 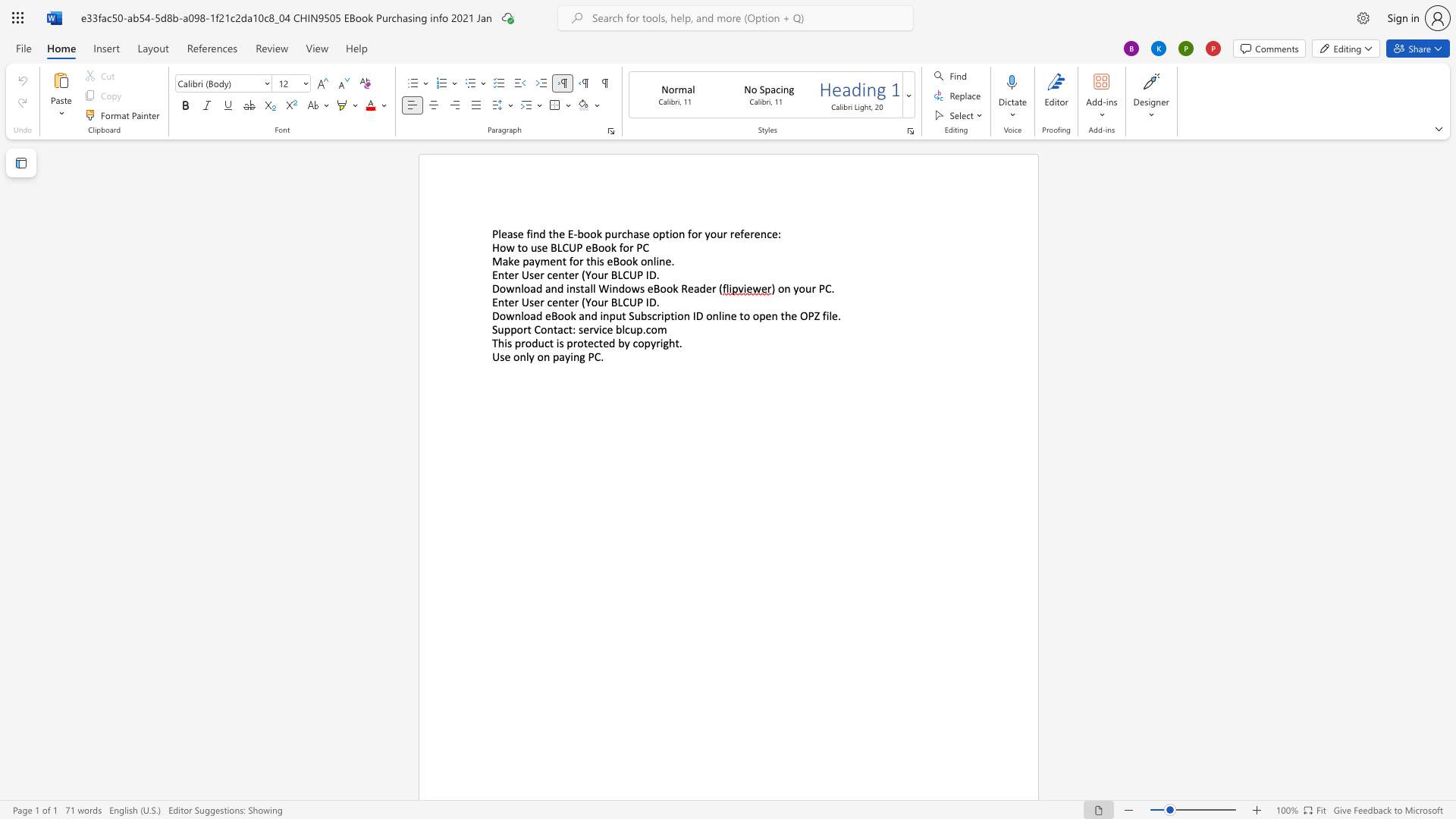 I want to click on the subset text "ervic" within the text "Support Contact: service", so click(x=582, y=328).